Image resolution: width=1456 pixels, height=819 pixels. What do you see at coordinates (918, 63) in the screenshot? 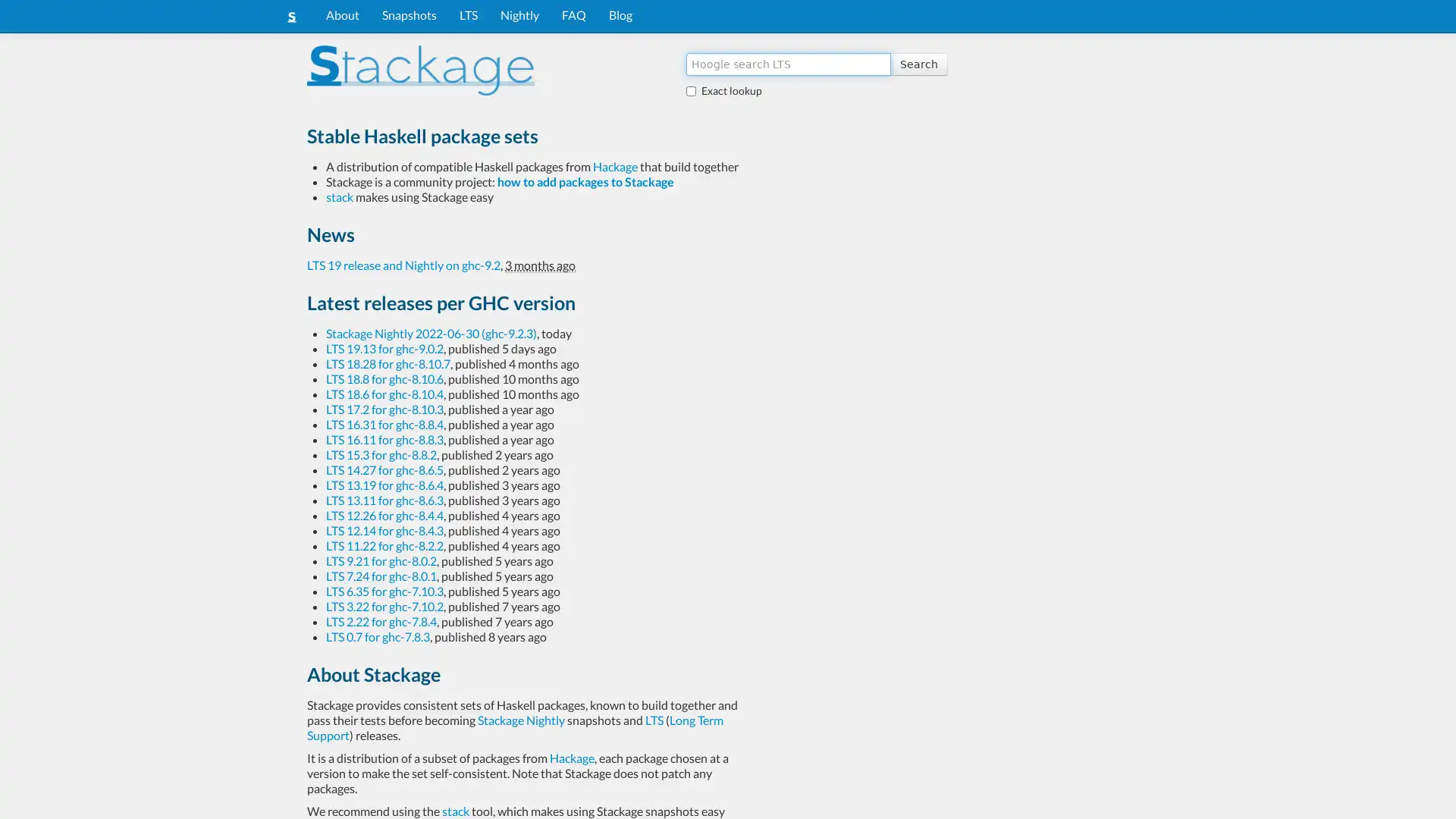
I see `Search` at bounding box center [918, 63].